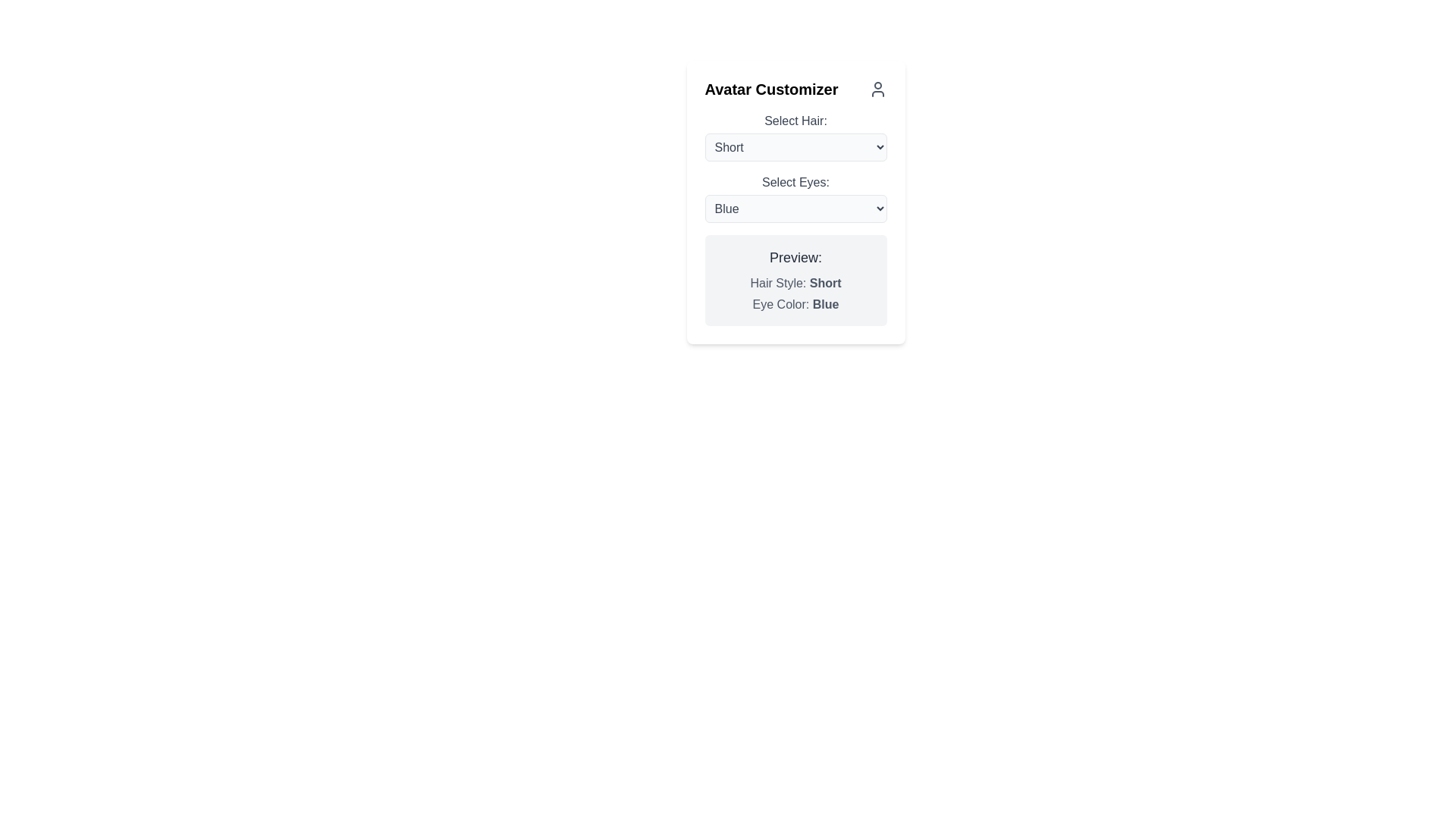 This screenshot has height=819, width=1456. I want to click on the text element displaying 'Short' in bold font, which is part of the line 'Hair Style: Short' located within the 'Preview:' section, so click(824, 283).